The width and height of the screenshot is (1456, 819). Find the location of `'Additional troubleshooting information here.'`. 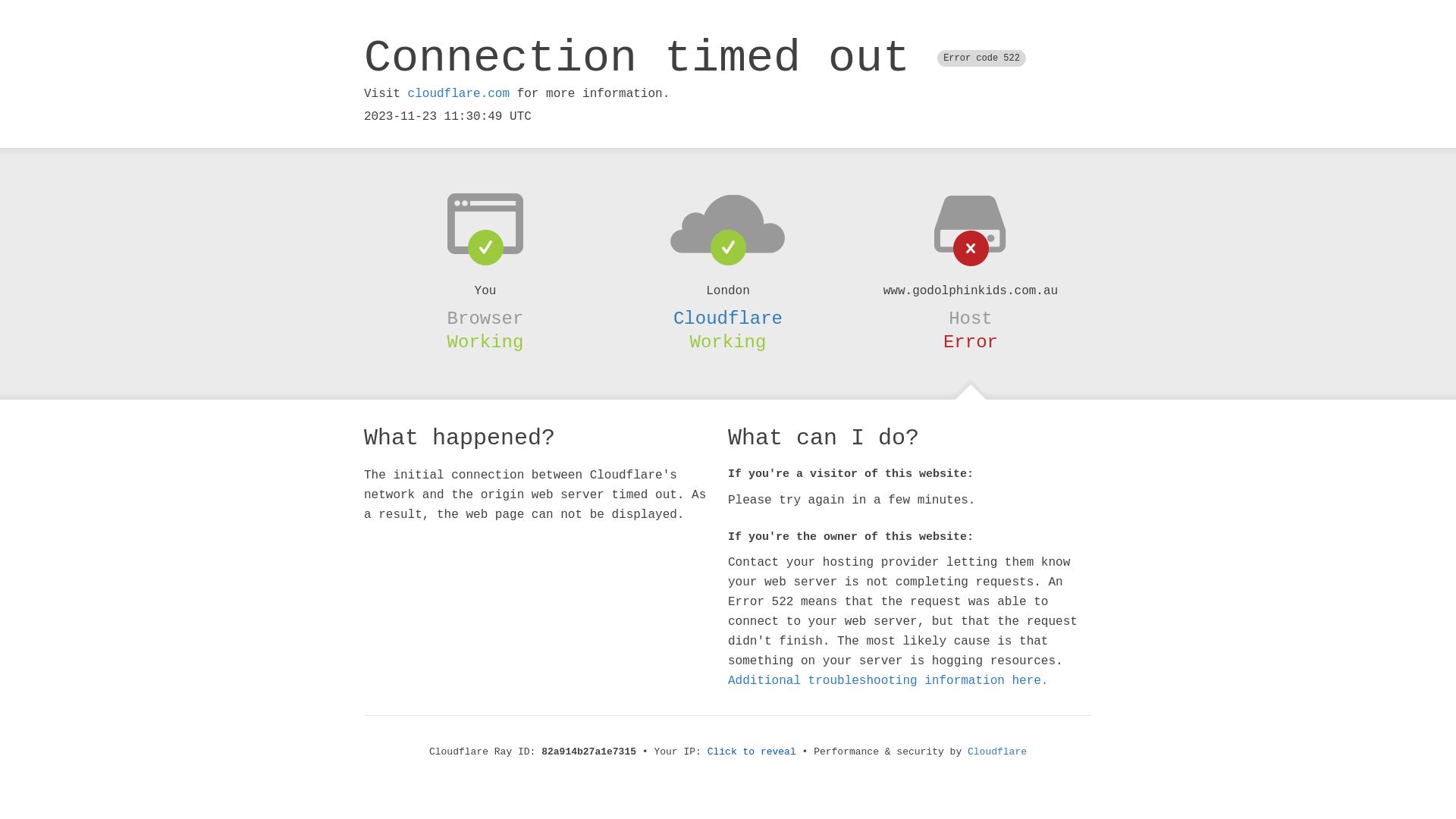

'Additional troubleshooting information here.' is located at coordinates (888, 680).